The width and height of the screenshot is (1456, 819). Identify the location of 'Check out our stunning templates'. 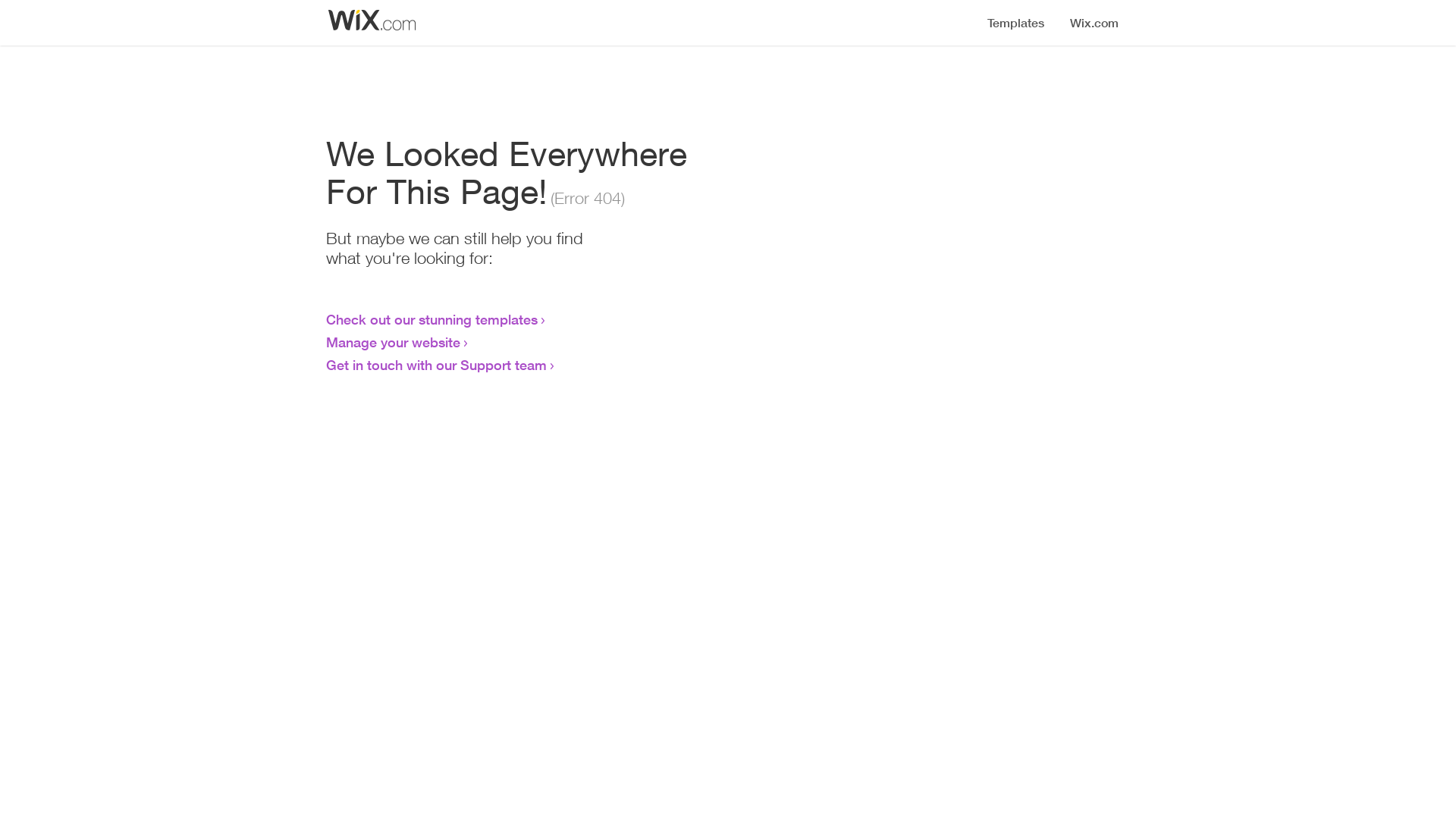
(431, 318).